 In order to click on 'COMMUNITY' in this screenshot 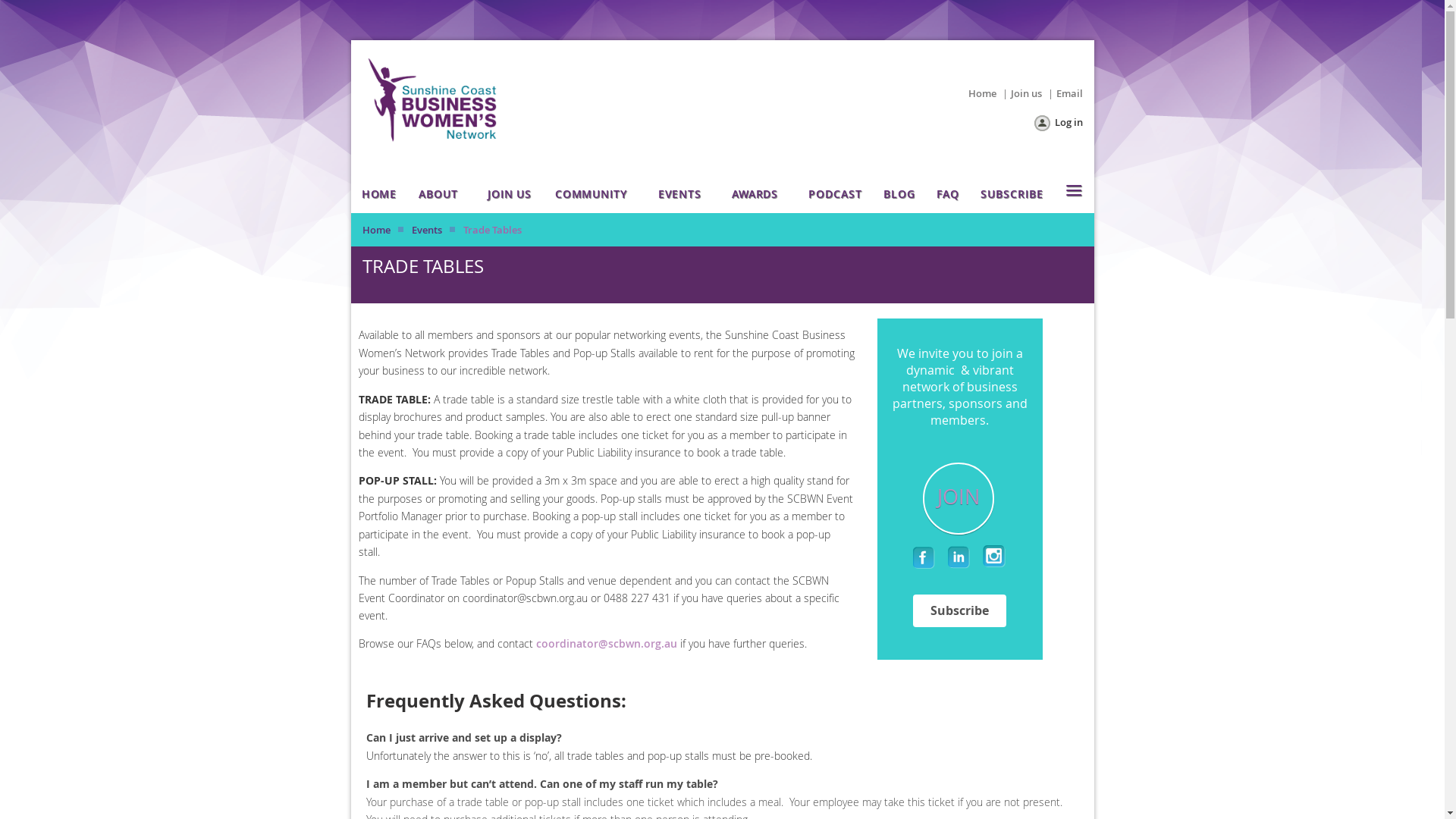, I will do `click(594, 193)`.